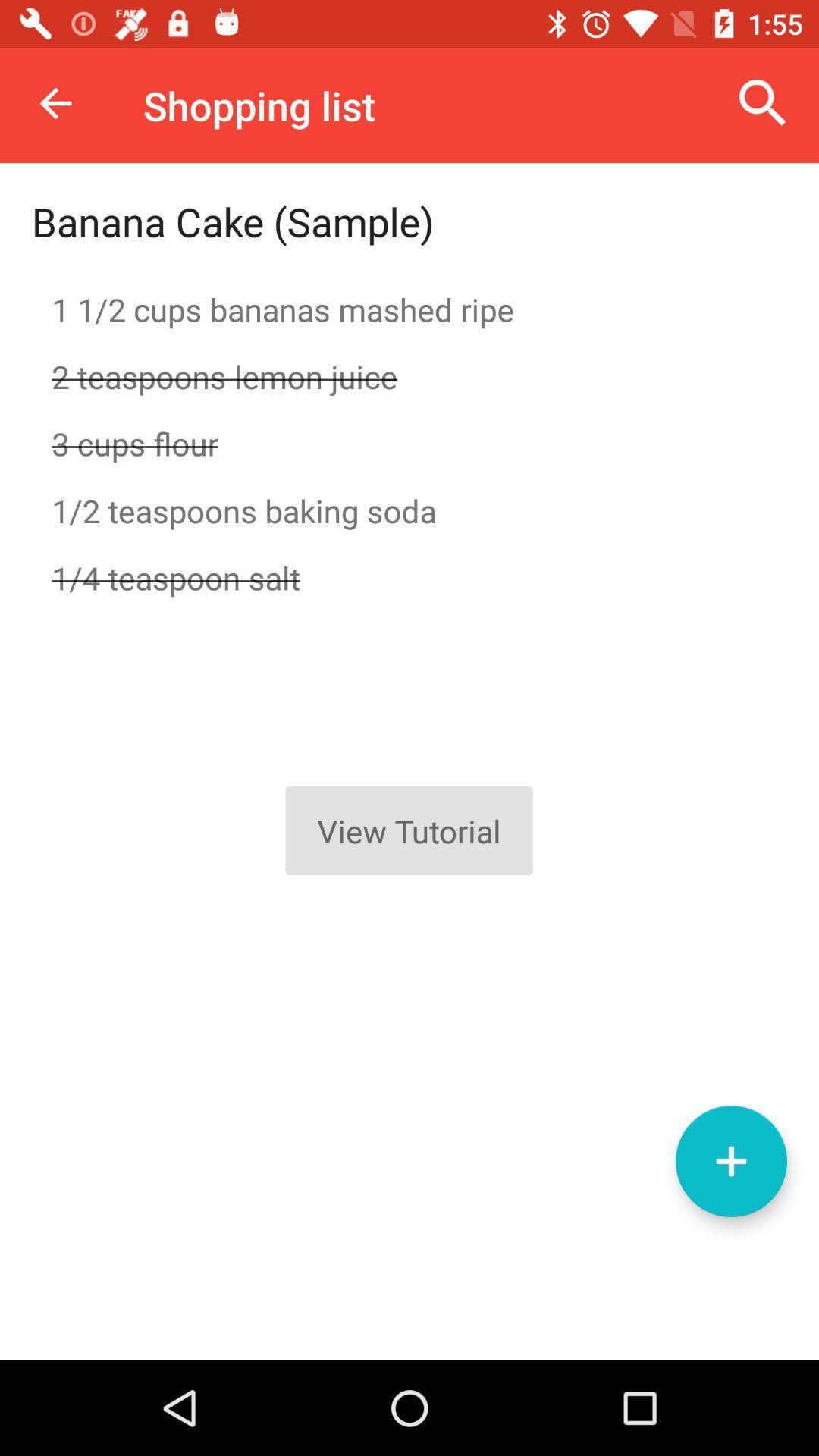  I want to click on to list, so click(730, 1160).